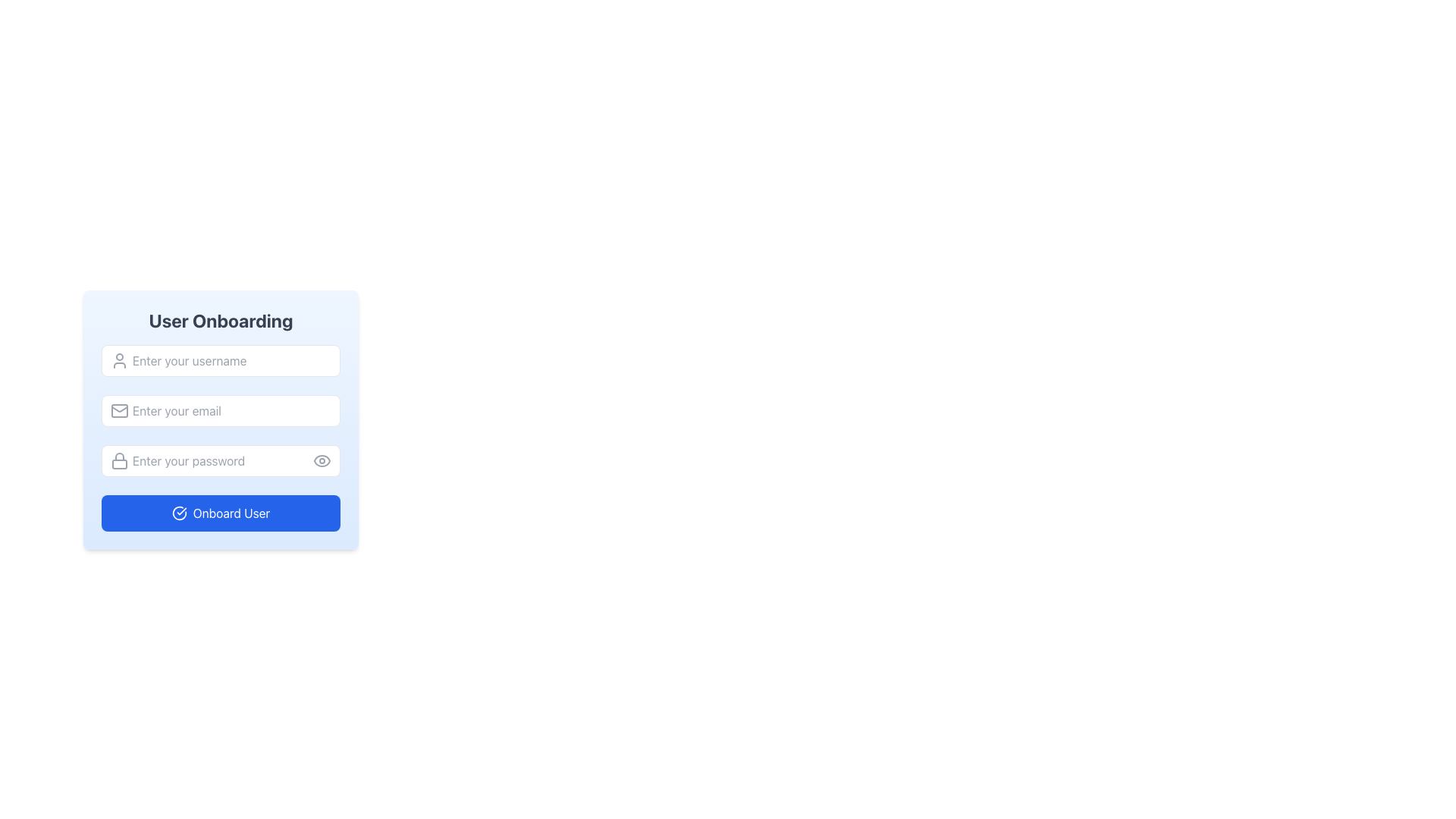  I want to click on the icon located on the left side of the 'Onboard User' button at the bottom of the user onboarding form interface, so click(179, 513).